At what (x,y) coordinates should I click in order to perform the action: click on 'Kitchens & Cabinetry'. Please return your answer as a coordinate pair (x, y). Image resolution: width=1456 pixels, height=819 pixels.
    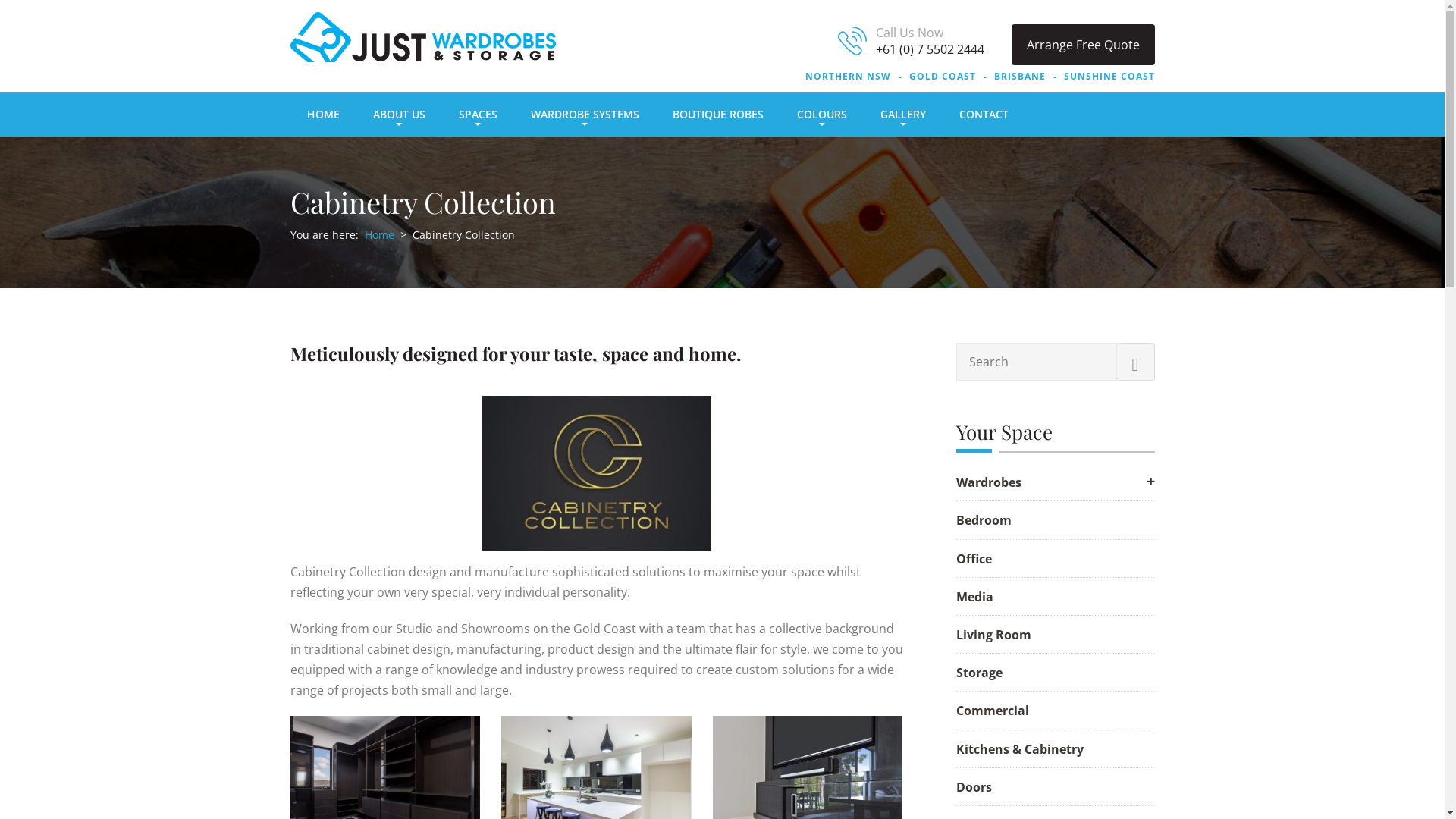
    Looking at the image, I should click on (1054, 748).